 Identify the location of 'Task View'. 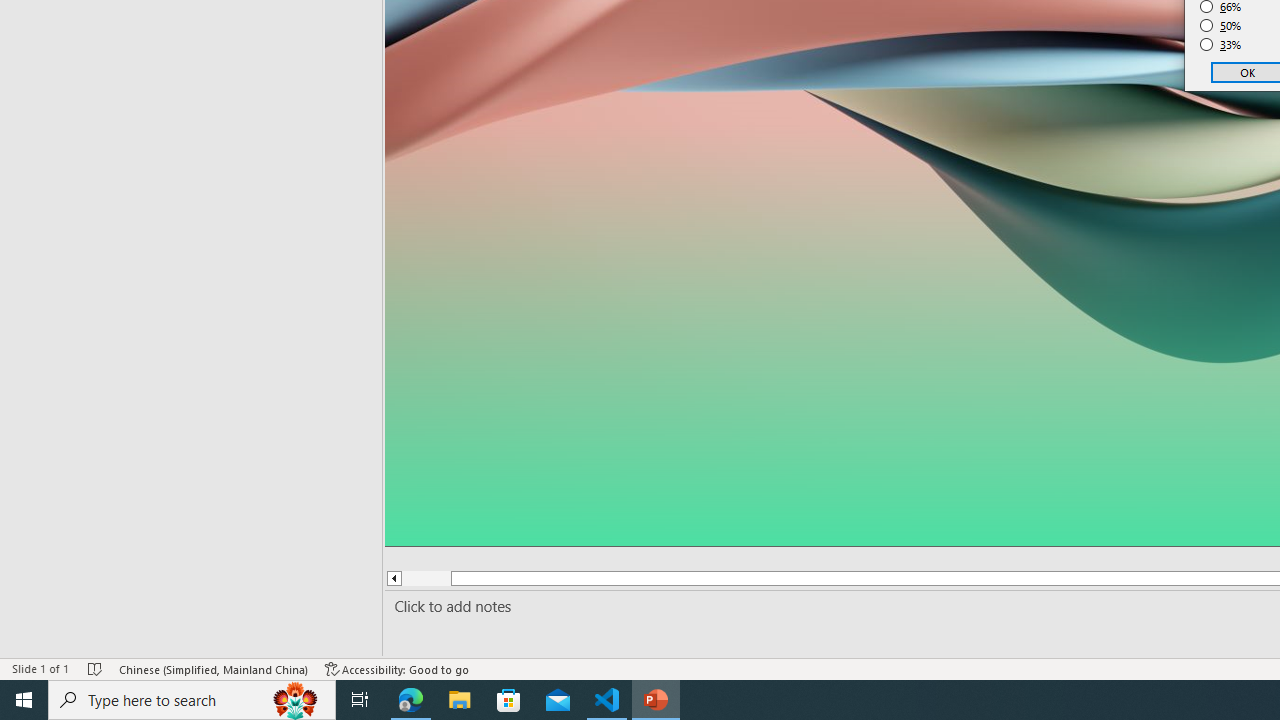
(359, 698).